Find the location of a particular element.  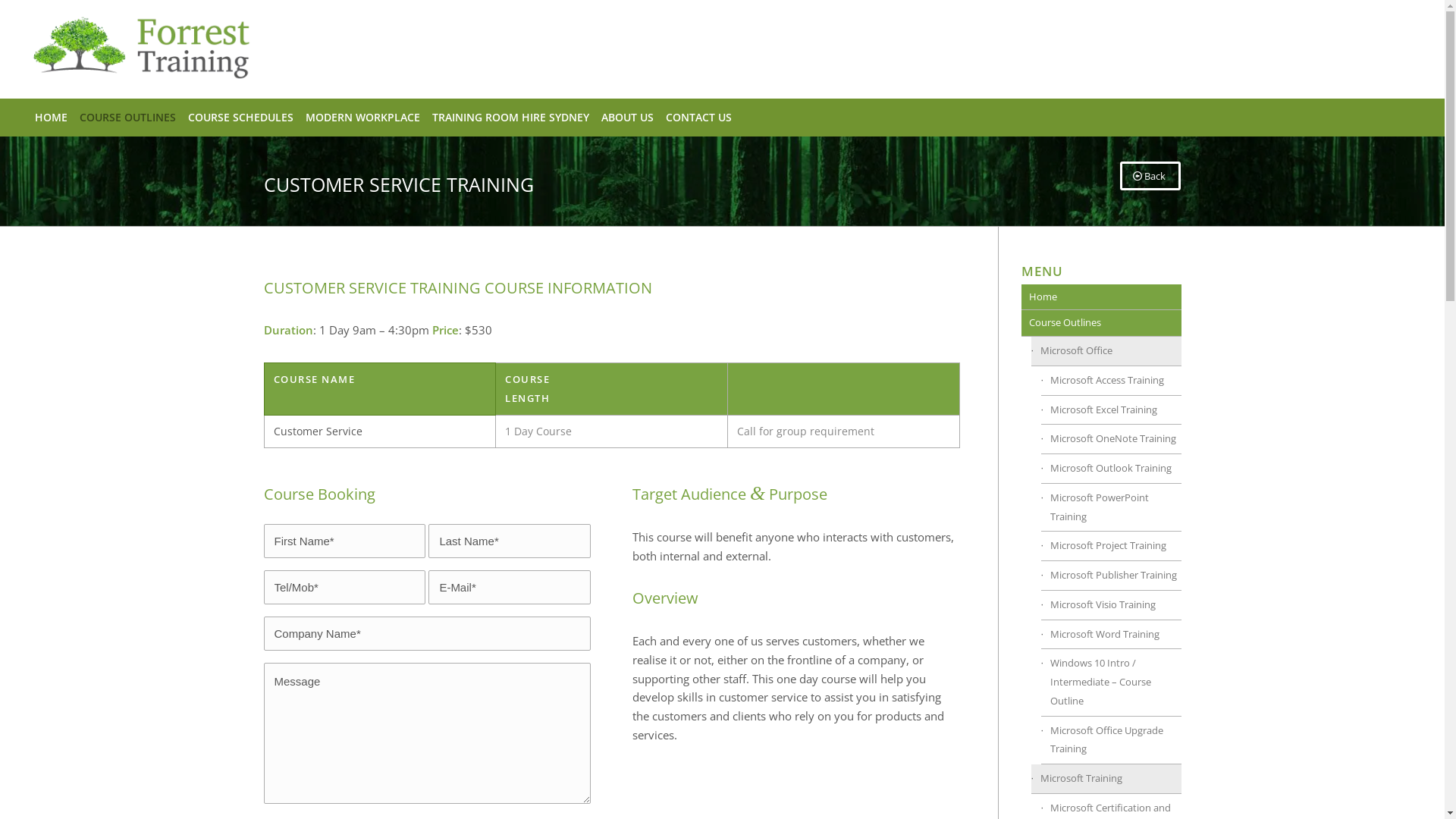

'MODERN WORKPLACE' is located at coordinates (299, 116).